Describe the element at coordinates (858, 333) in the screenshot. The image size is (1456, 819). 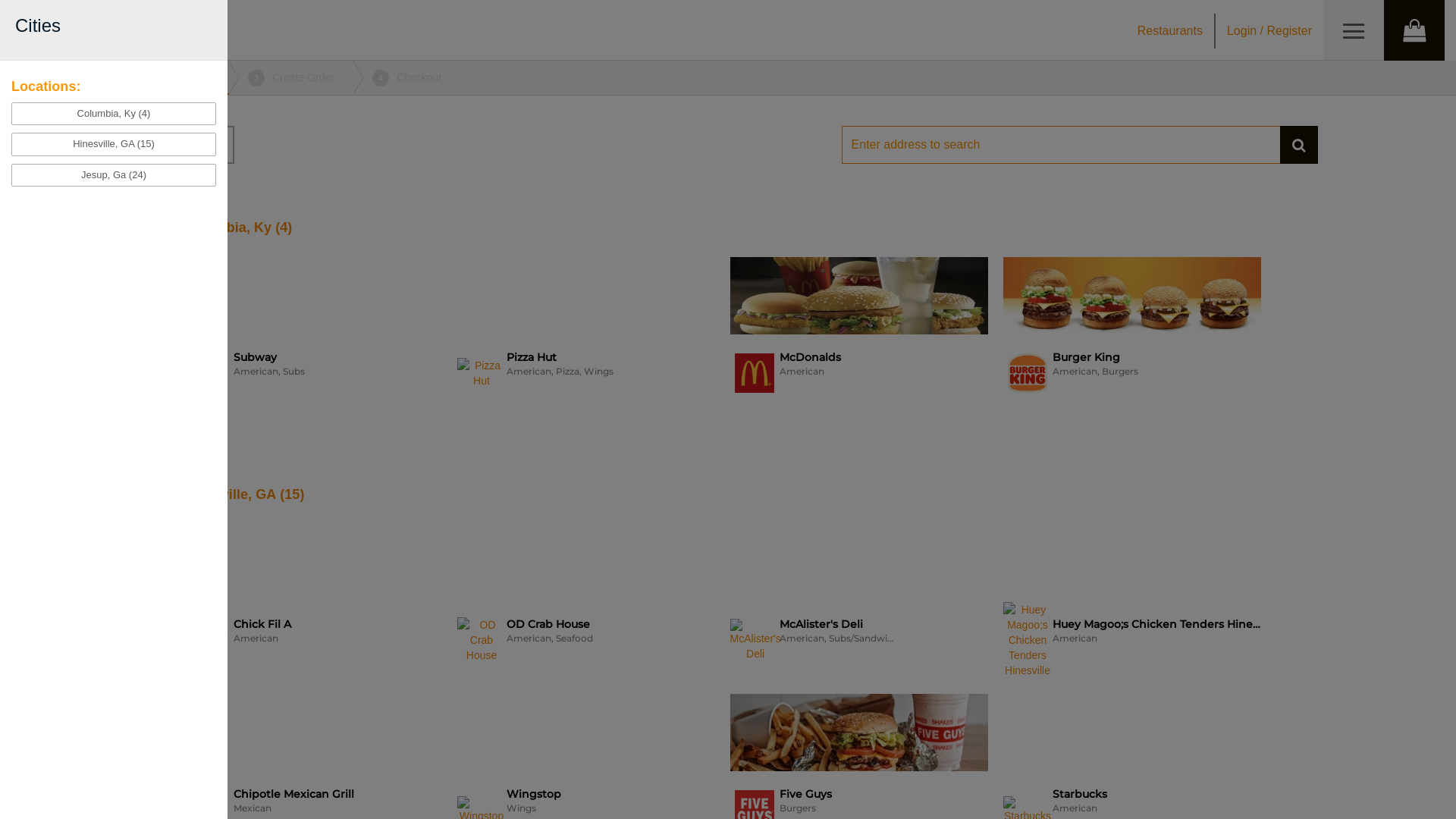
I see `'McDonalds` at that location.